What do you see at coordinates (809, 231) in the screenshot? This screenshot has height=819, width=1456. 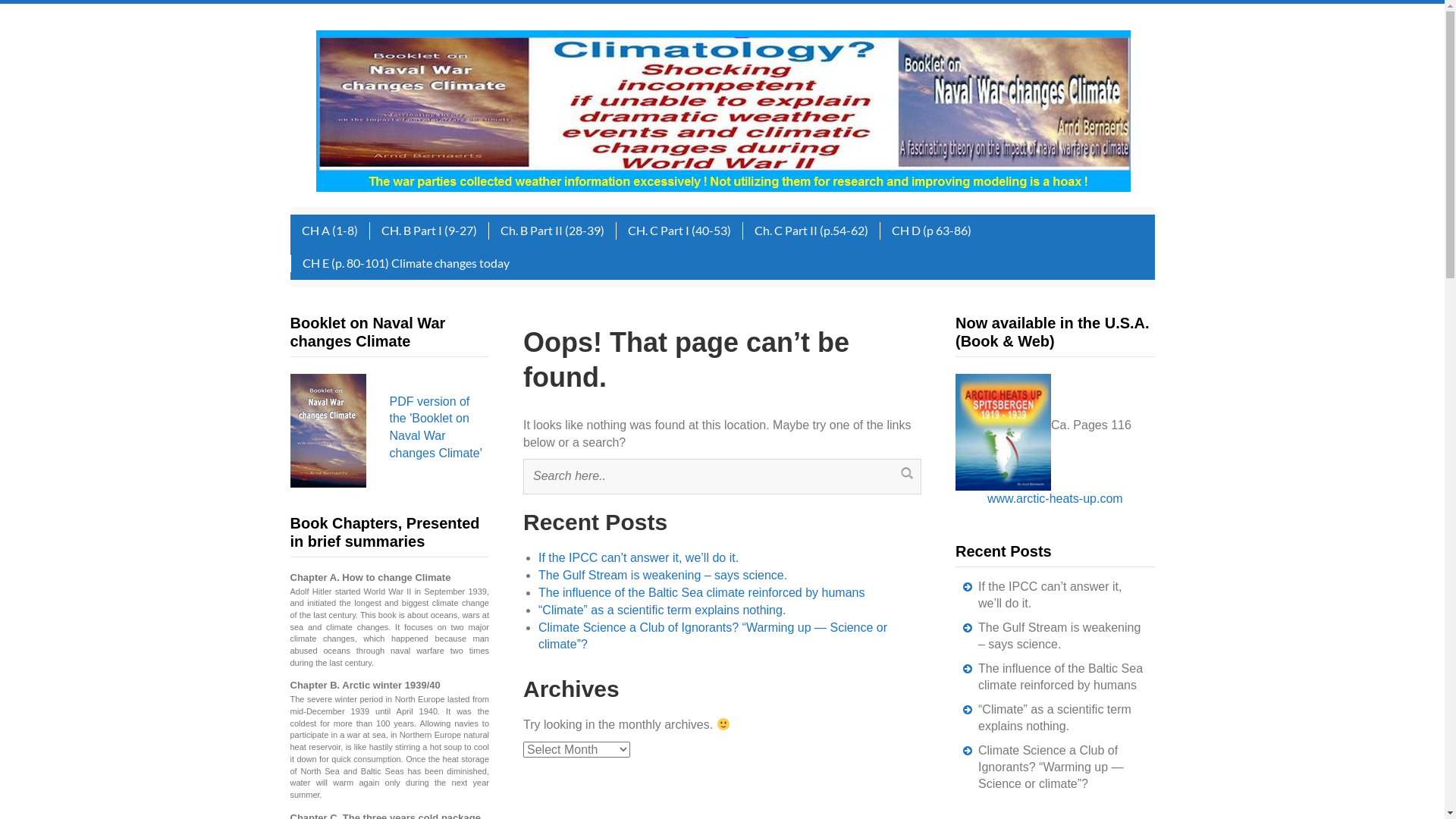 I see `'Ch. C Part II (p.54-62)'` at bounding box center [809, 231].